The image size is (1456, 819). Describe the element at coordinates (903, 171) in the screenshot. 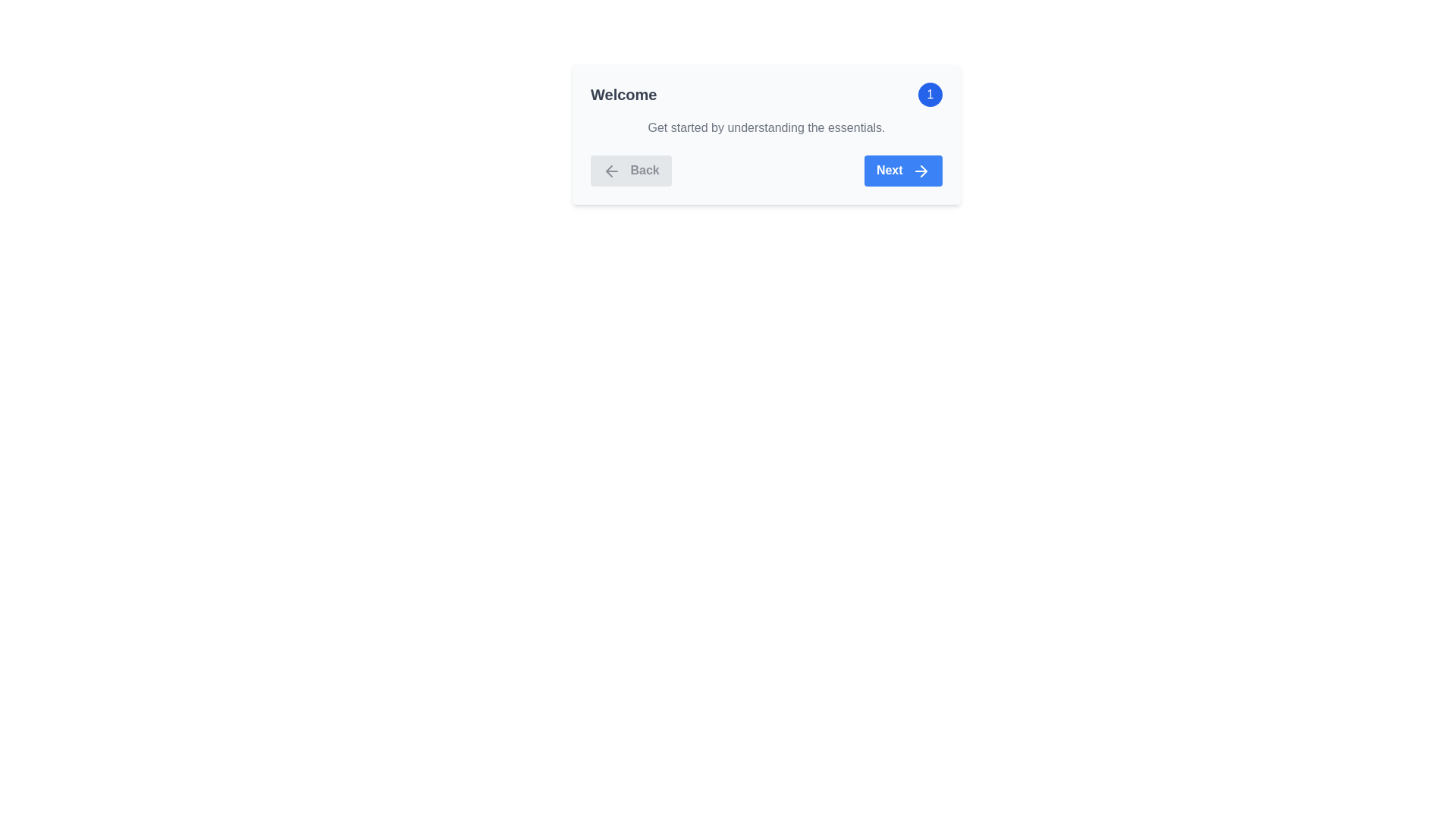

I see `the blue 'Next' button with rounded corners to observe the styling change` at that location.